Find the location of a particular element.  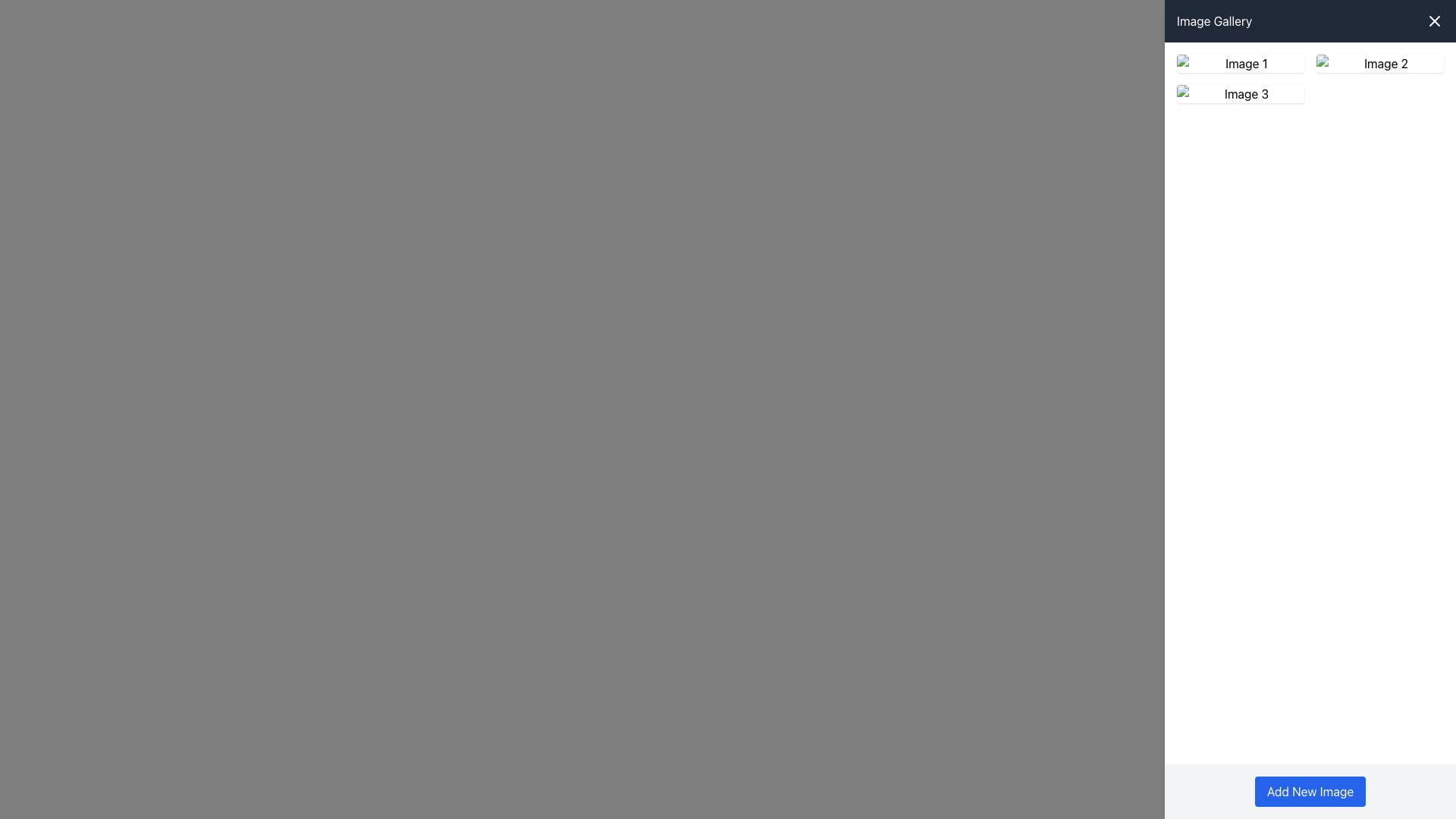

displayed text 'Image Gallery' from the text label in the header bar, which is positioned on the left side and has a bold white font on a dark navy-blue background is located at coordinates (1214, 20).